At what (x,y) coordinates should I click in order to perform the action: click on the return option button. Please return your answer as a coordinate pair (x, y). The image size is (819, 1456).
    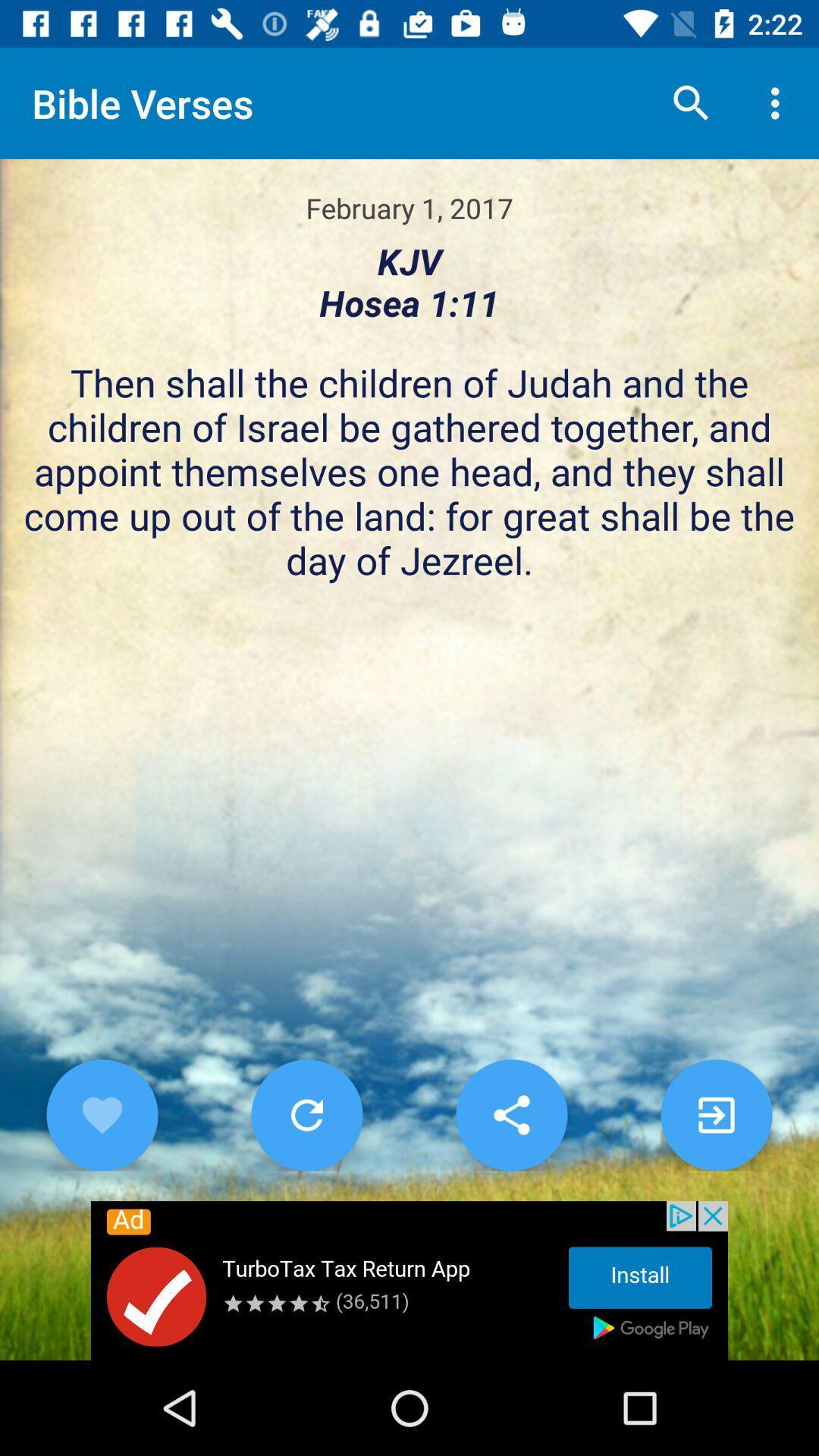
    Looking at the image, I should click on (307, 1115).